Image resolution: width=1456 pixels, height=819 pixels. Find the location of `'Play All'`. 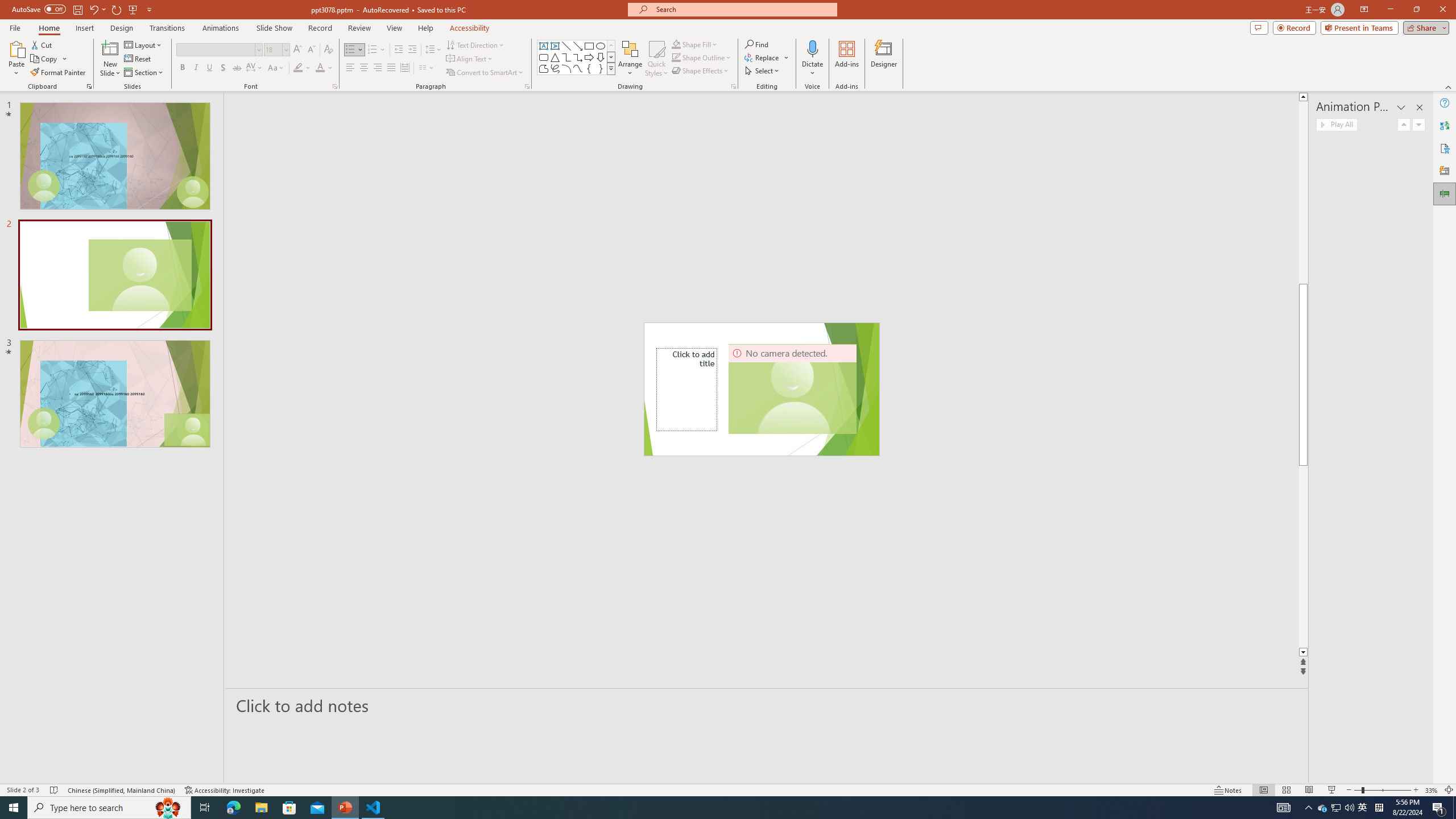

'Play All' is located at coordinates (1336, 124).